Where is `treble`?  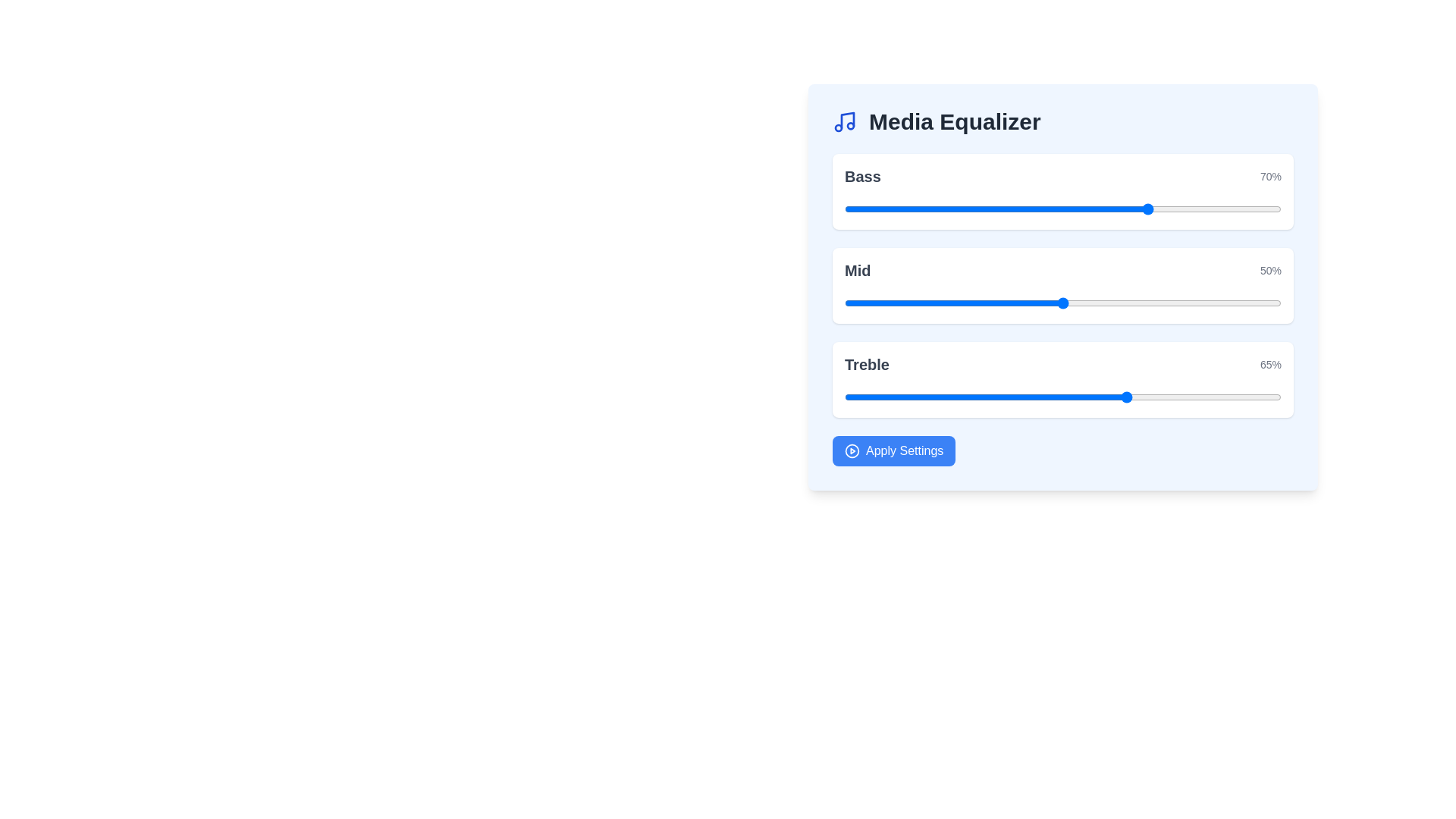
treble is located at coordinates (1175, 397).